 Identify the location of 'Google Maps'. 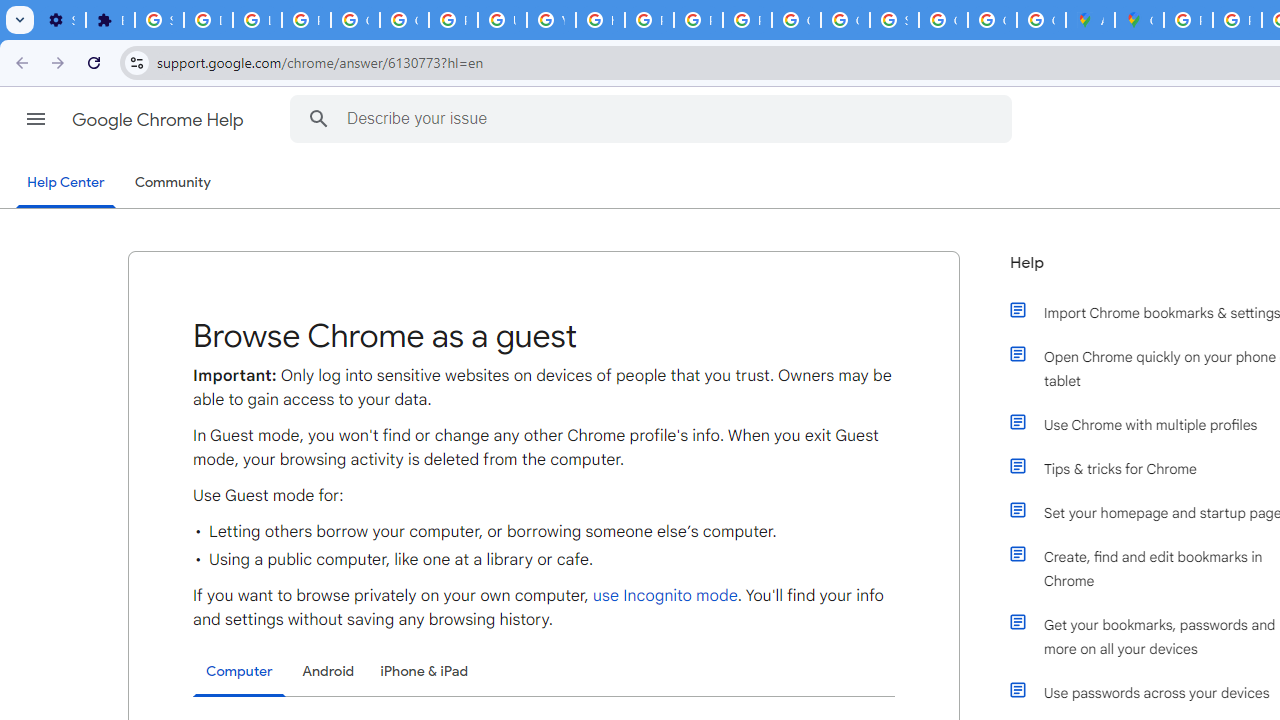
(1139, 20).